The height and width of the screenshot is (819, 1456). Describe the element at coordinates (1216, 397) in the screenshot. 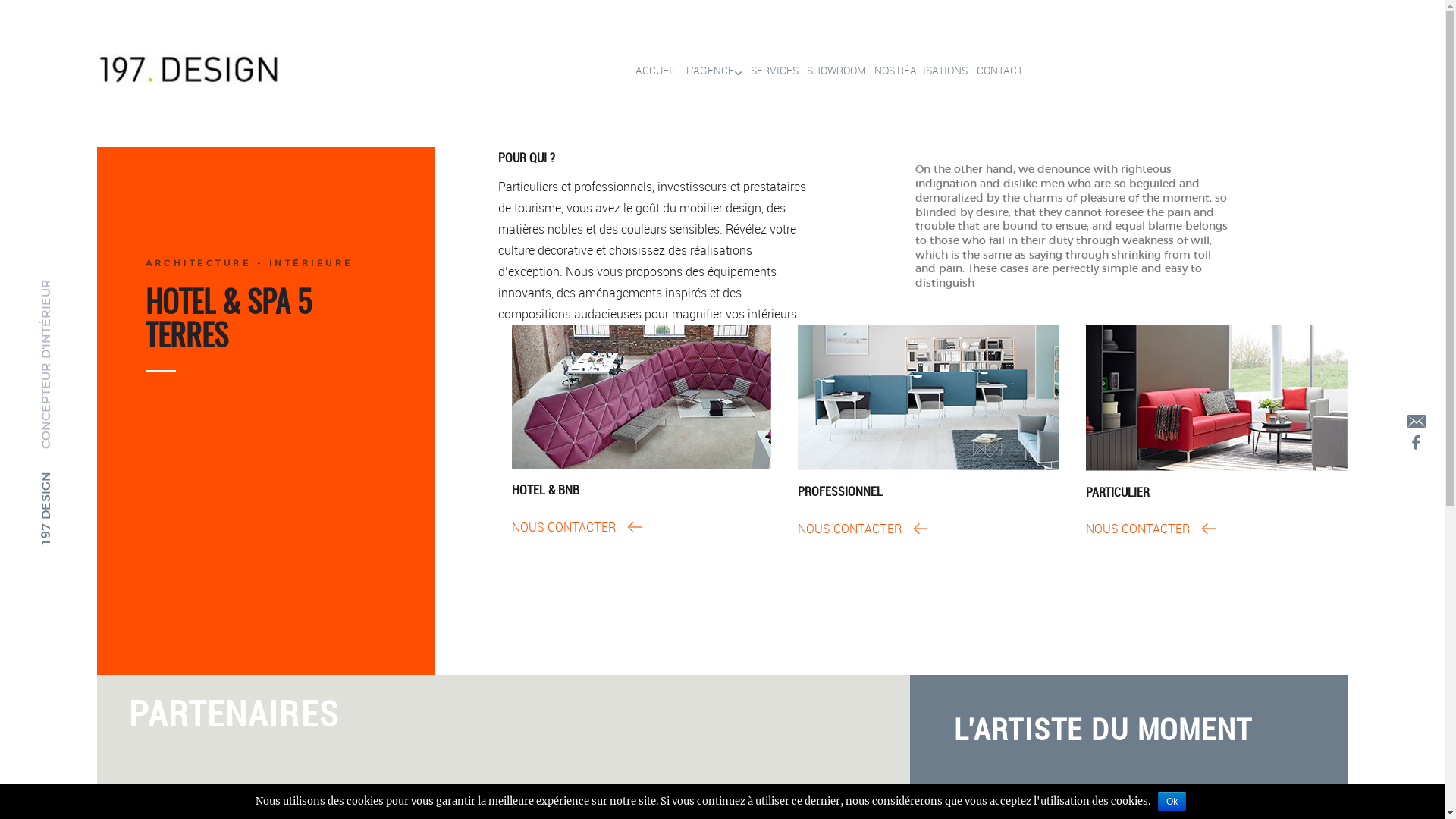

I see `'197-design_home_particulier'` at that location.